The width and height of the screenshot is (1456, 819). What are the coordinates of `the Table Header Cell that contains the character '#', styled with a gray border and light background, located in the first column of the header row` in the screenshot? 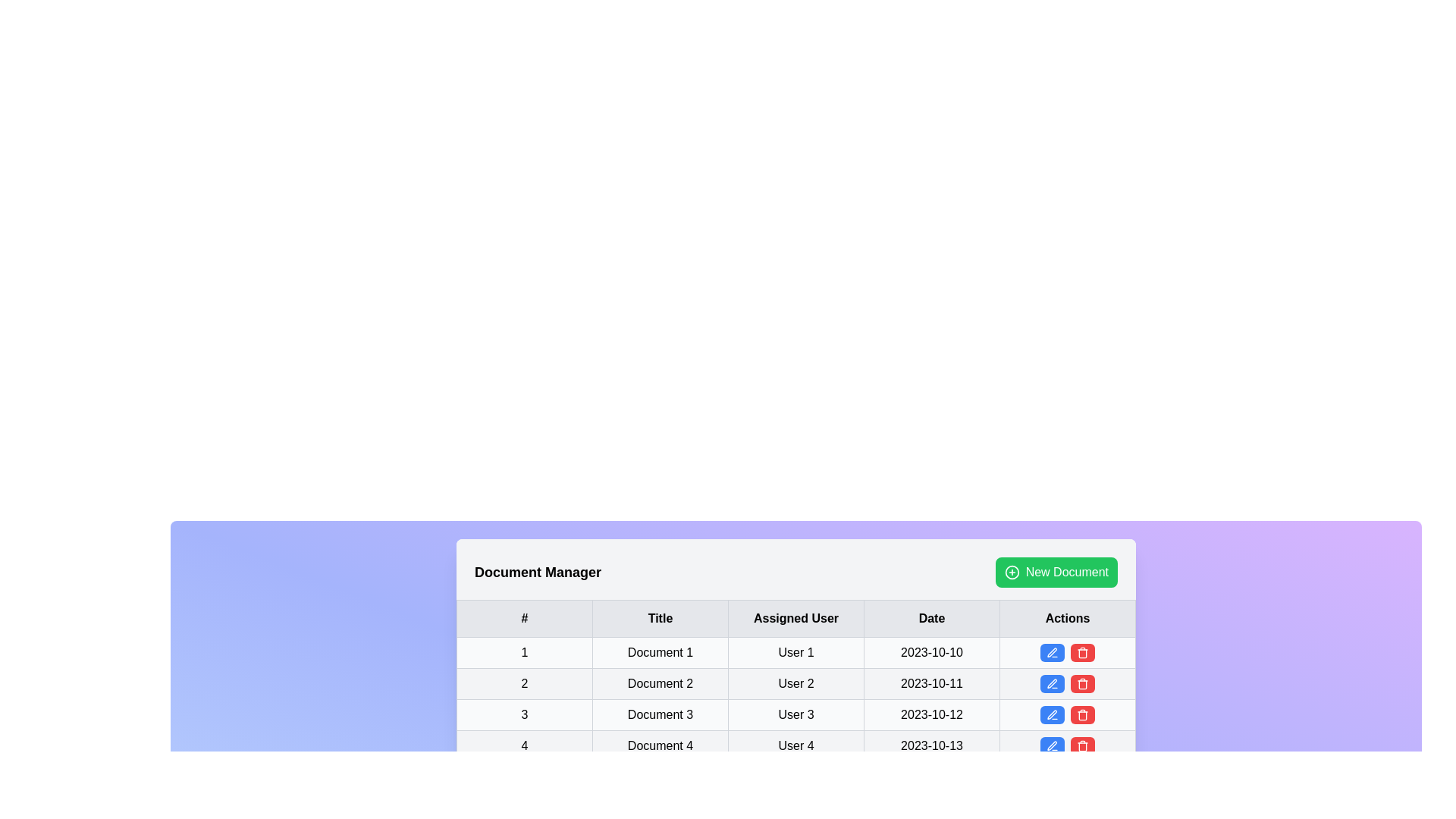 It's located at (524, 619).